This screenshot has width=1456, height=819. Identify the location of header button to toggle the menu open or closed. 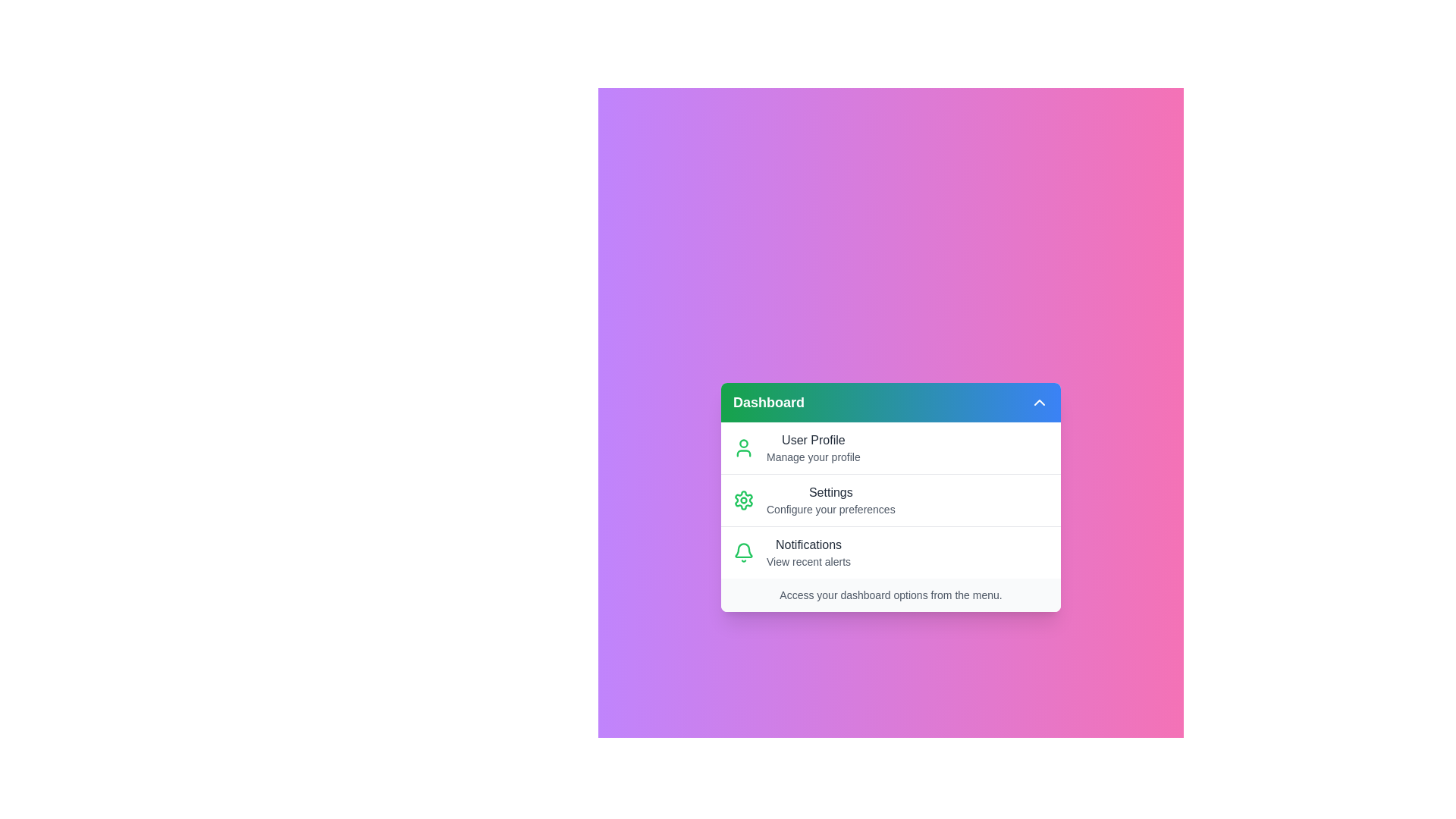
(1039, 402).